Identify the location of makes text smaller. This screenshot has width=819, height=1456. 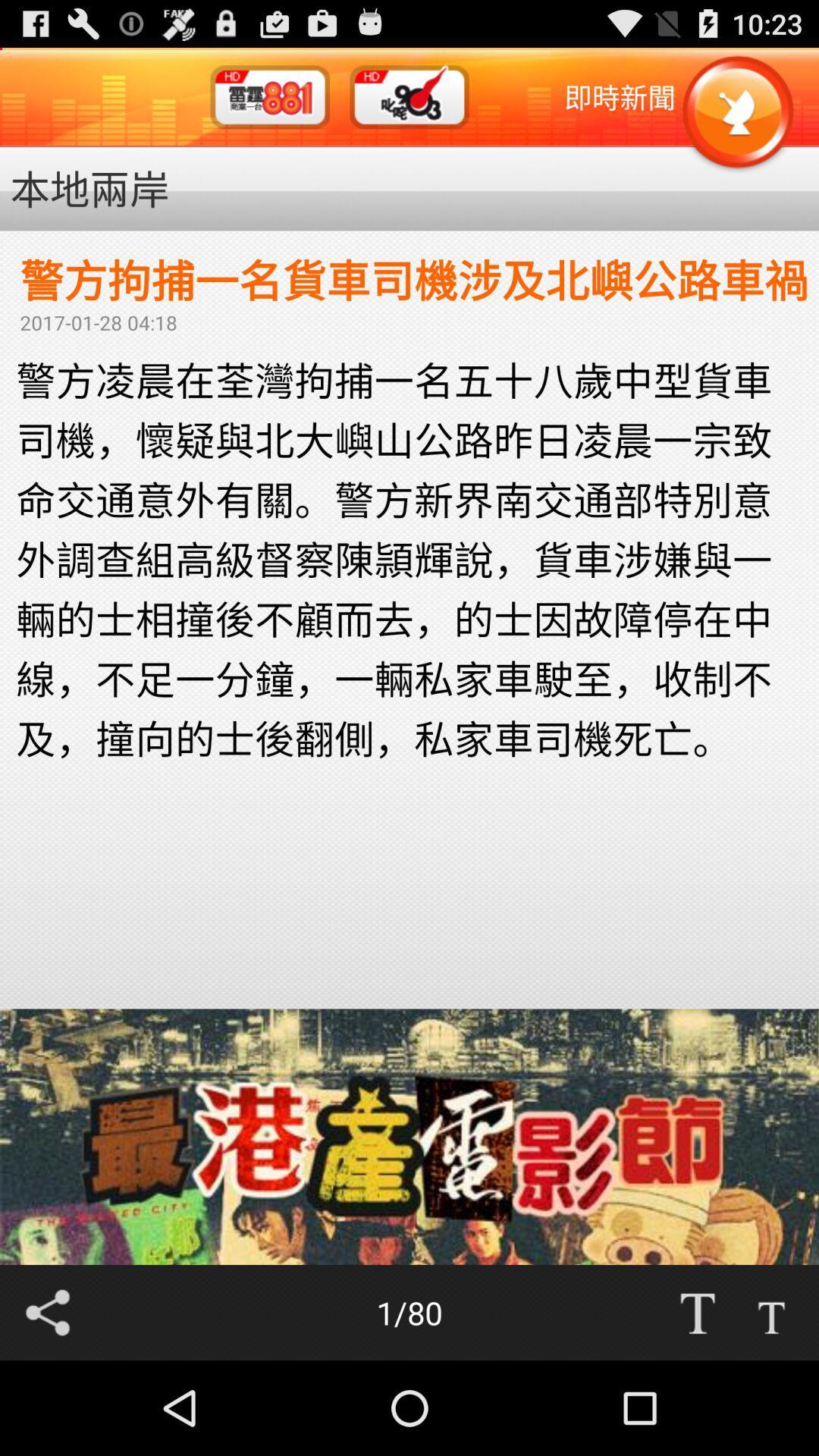
(771, 1312).